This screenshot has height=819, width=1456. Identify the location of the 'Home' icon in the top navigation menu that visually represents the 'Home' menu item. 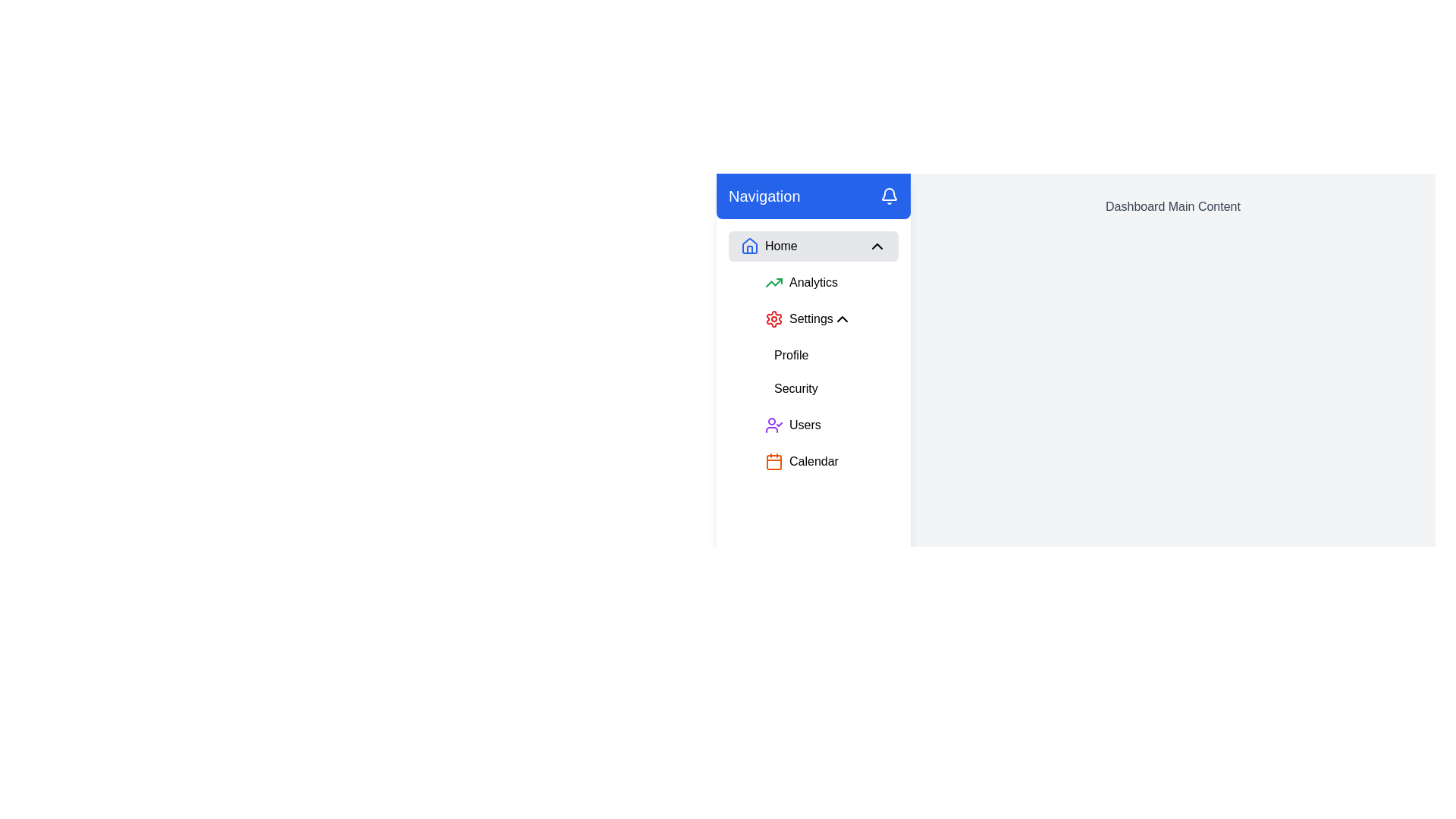
(749, 245).